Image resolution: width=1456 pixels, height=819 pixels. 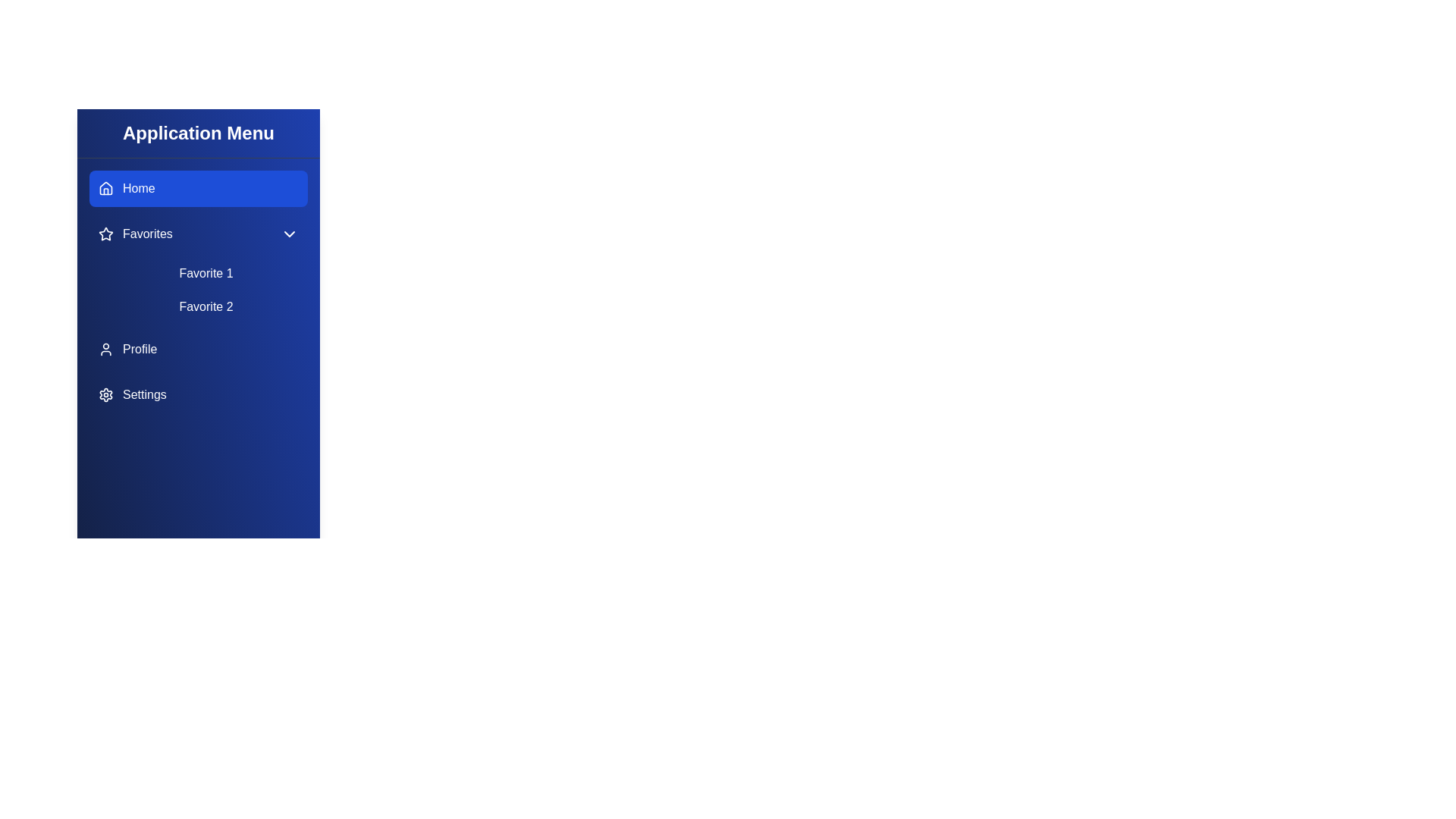 I want to click on the downward-pointing chevron icon located to the far right of the 'Favorites' label in the navigation menu to activate its functionality, so click(x=290, y=234).